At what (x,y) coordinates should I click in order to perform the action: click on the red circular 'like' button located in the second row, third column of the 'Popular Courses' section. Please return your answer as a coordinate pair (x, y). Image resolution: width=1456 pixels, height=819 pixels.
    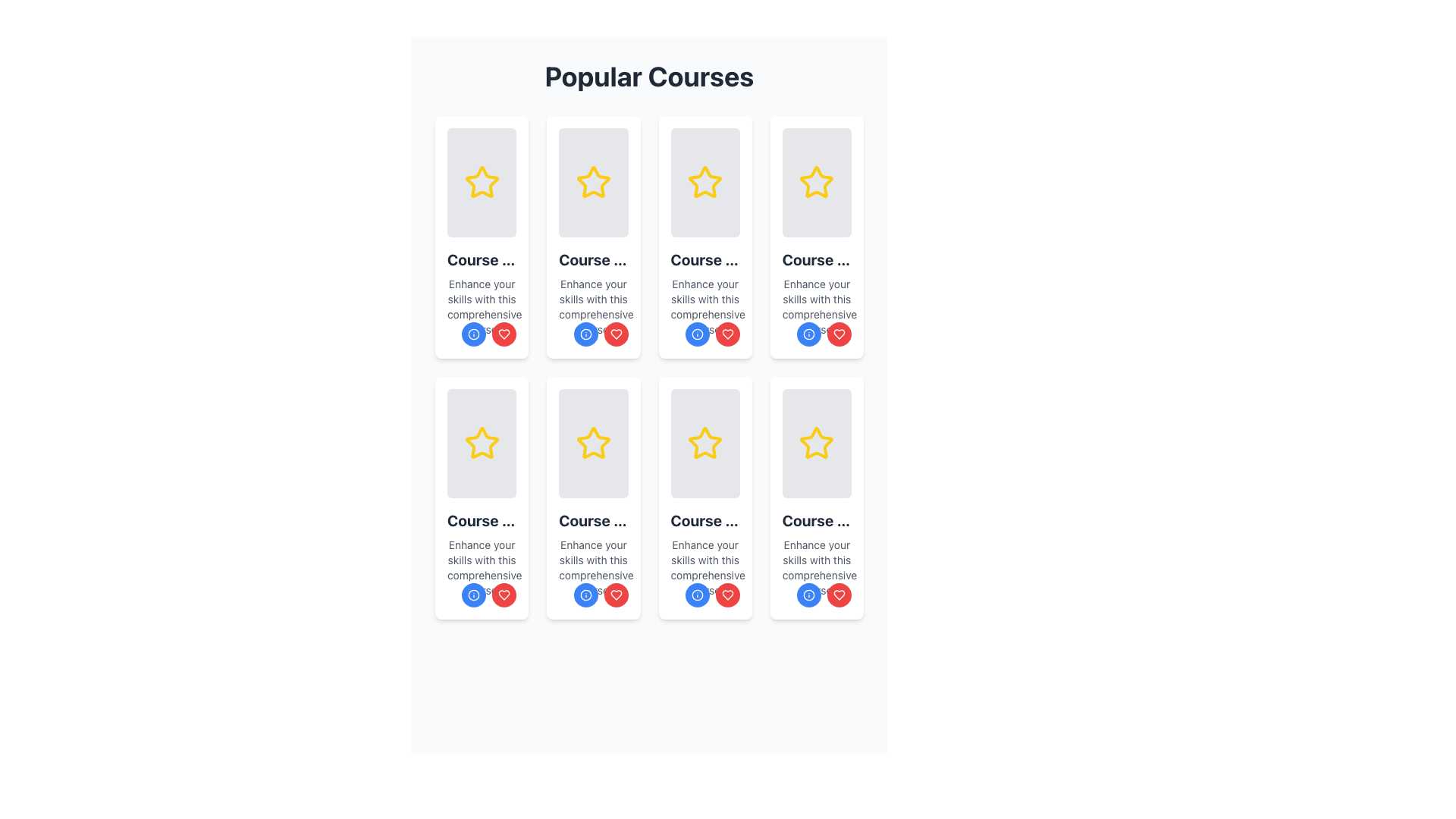
    Looking at the image, I should click on (504, 333).